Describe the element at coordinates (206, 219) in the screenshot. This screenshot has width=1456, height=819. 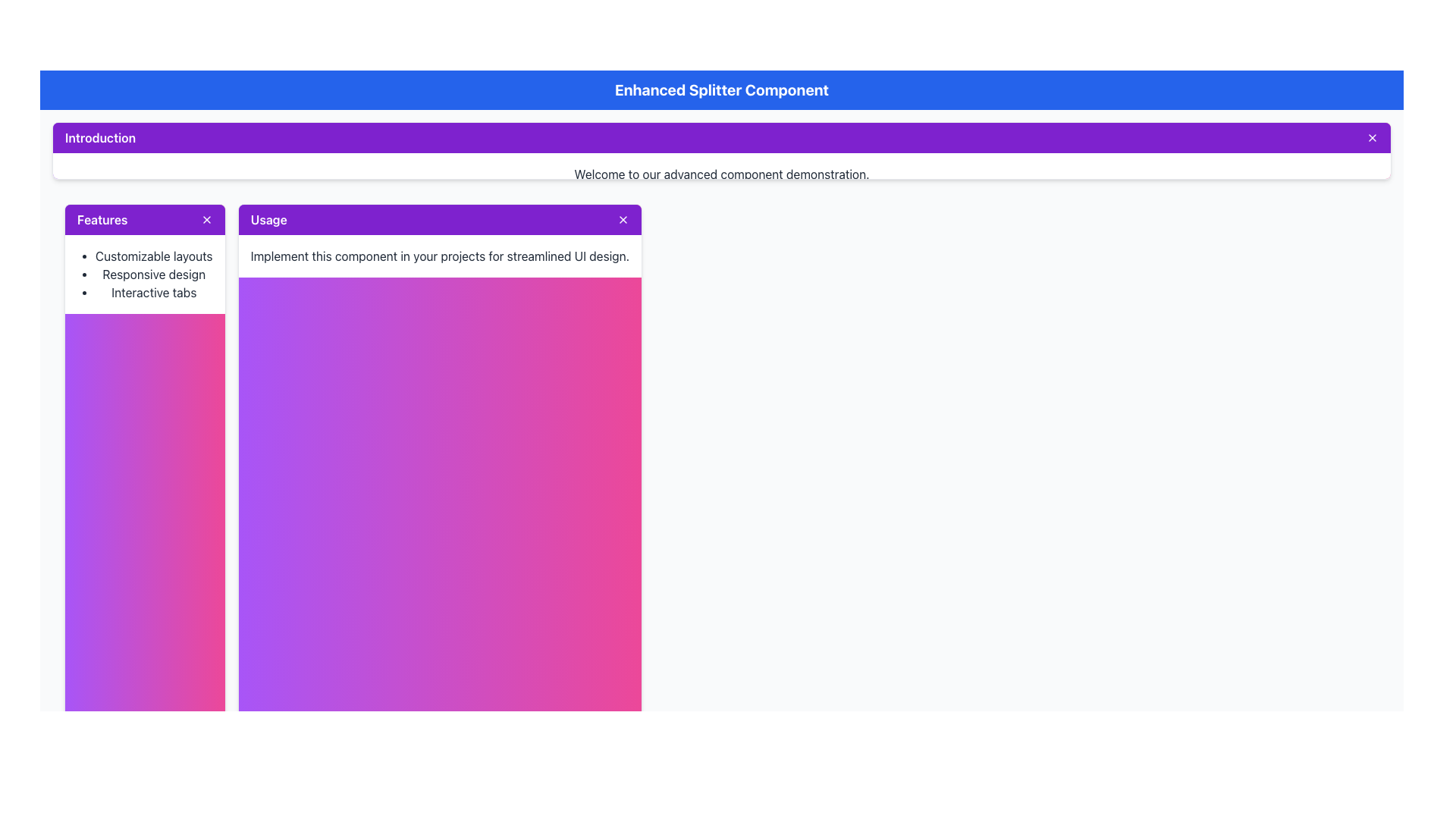
I see `the white 'X' icon button located in the upper-right corner of the 'Features' section` at that location.